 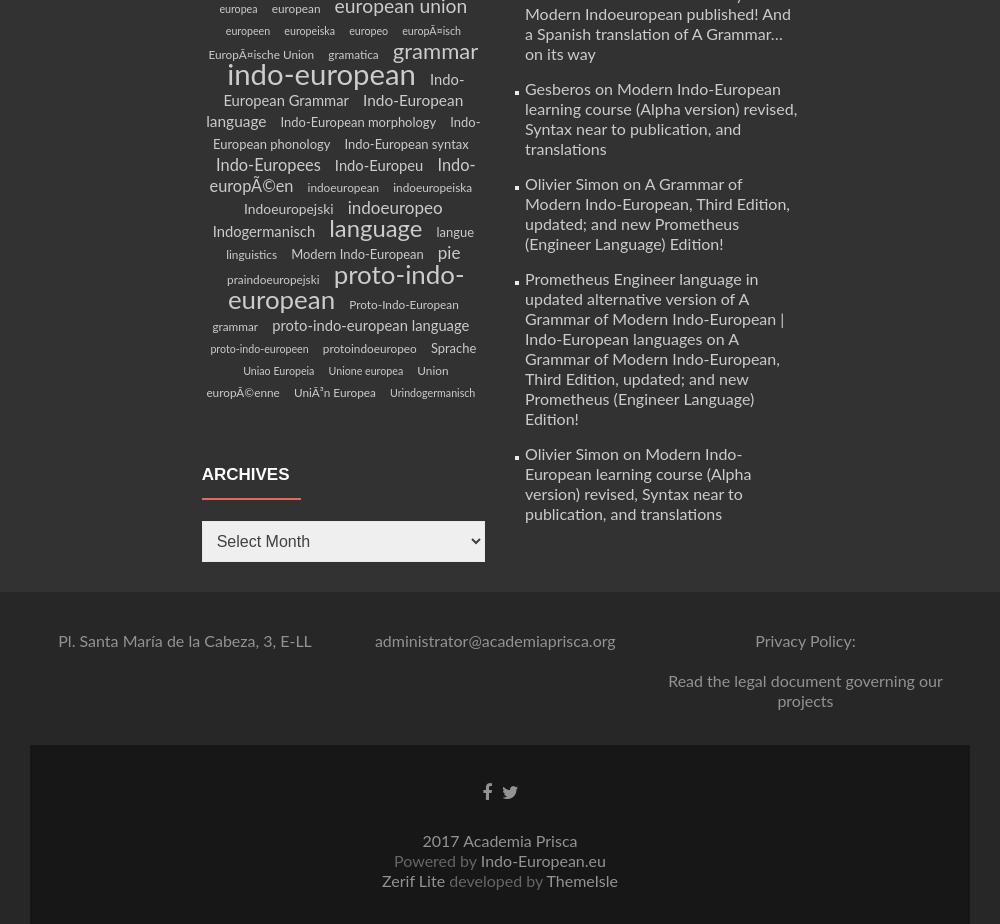 I want to click on 'Indo-European phonology', so click(x=345, y=133).